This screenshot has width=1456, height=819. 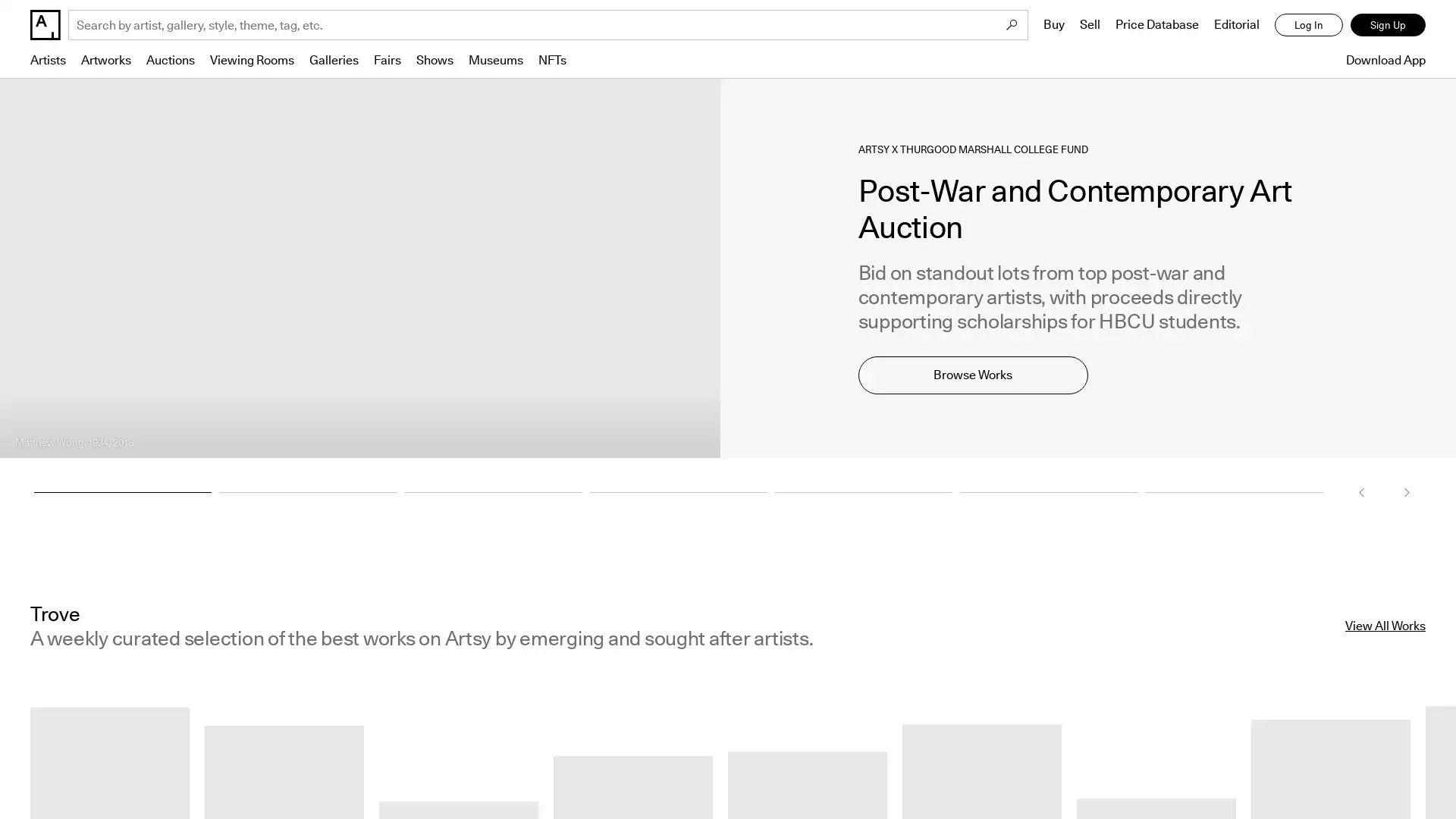 I want to click on Navigate right, so click(x=1405, y=491).